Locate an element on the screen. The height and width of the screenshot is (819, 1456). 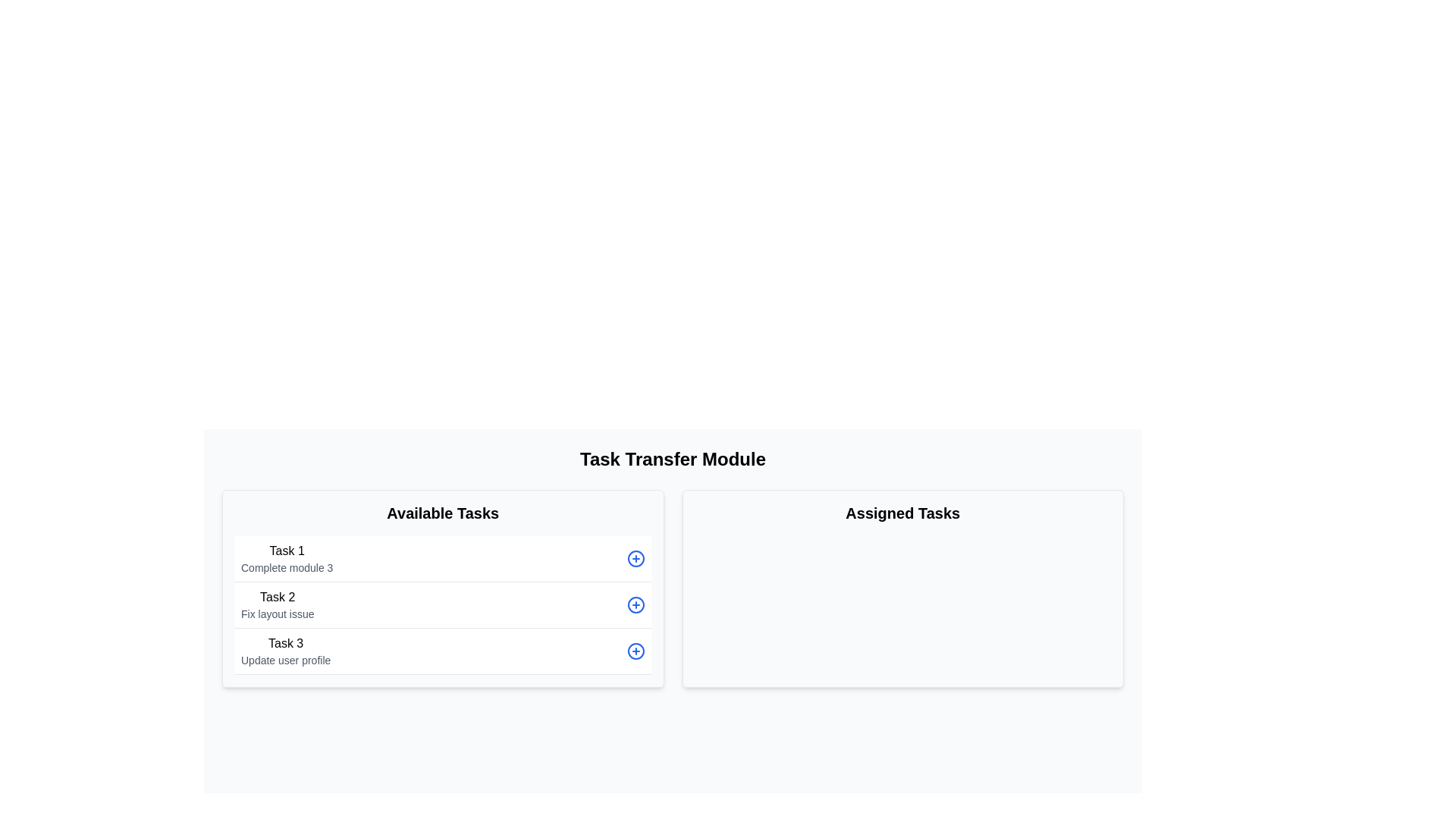
the Text label that provides descriptive information about 'Task 3', located in the bottom section of the 'Available Tasks' column is located at coordinates (286, 660).